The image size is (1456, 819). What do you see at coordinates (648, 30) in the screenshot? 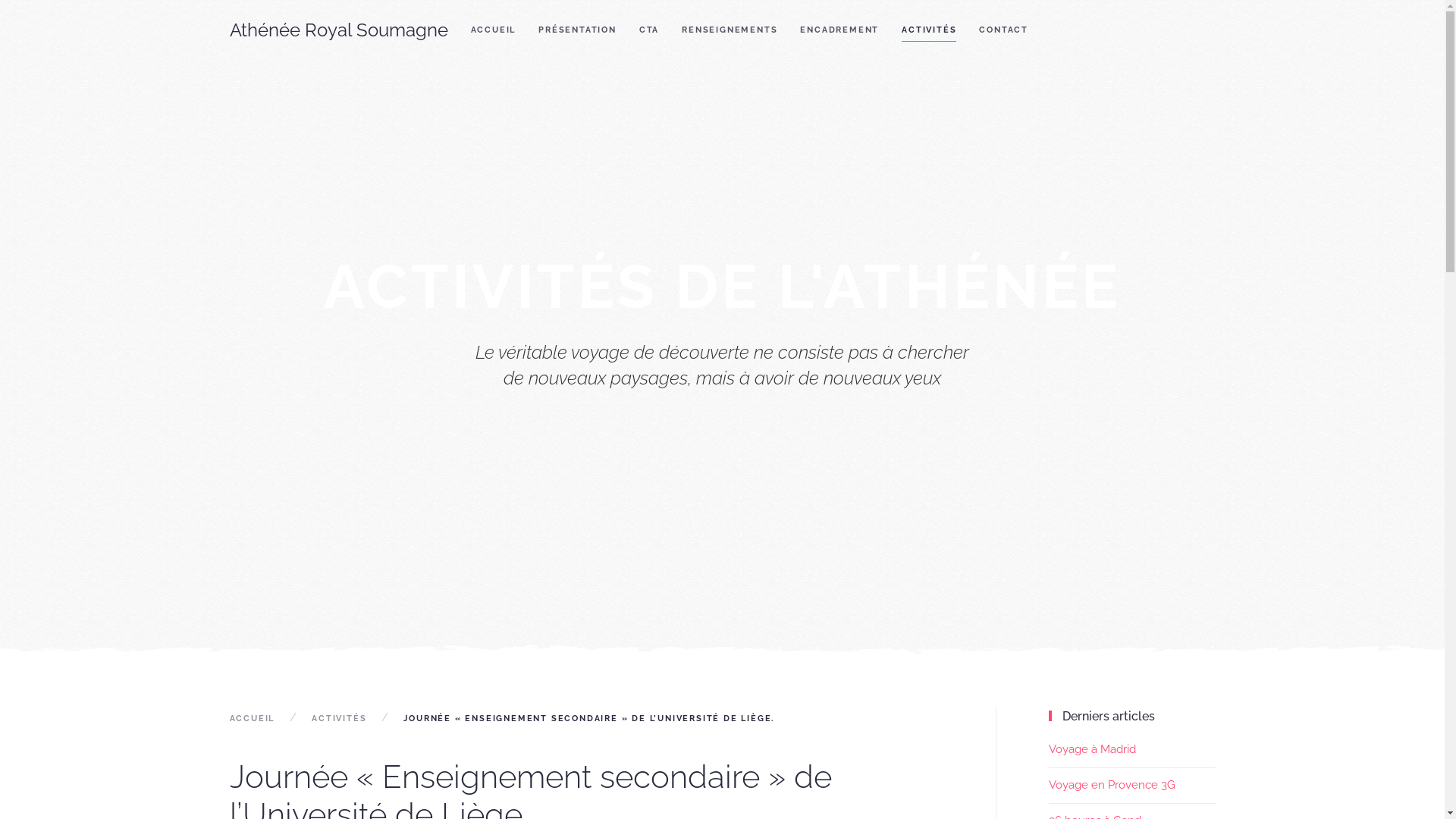
I see `'CTA'` at bounding box center [648, 30].